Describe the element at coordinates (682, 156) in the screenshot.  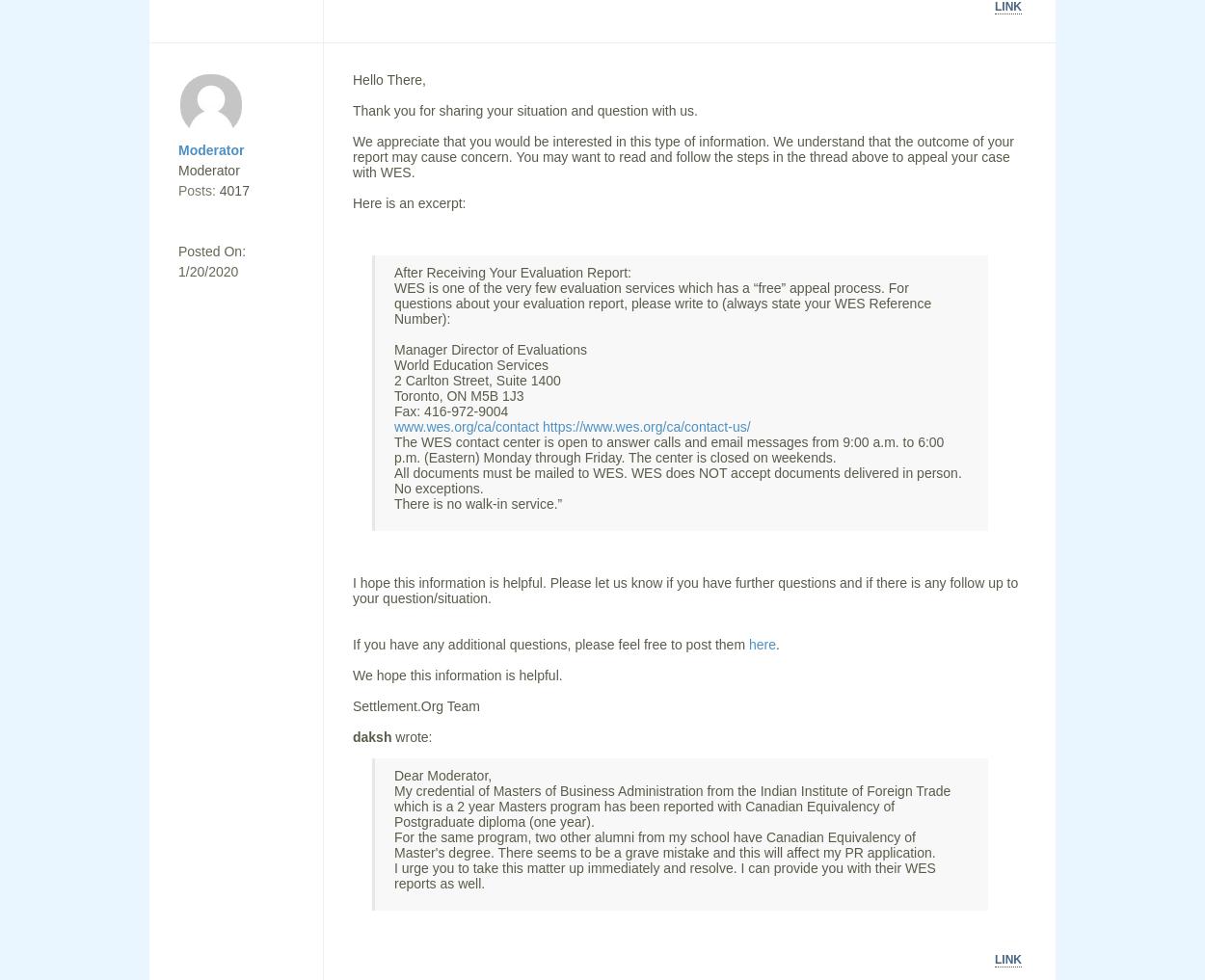
I see `'We appreciate that you would be interested in this type of information. We understand that the outcome of your report may cause concern. You may want to read and follow the steps in the thread above to appeal your case with WES.'` at that location.